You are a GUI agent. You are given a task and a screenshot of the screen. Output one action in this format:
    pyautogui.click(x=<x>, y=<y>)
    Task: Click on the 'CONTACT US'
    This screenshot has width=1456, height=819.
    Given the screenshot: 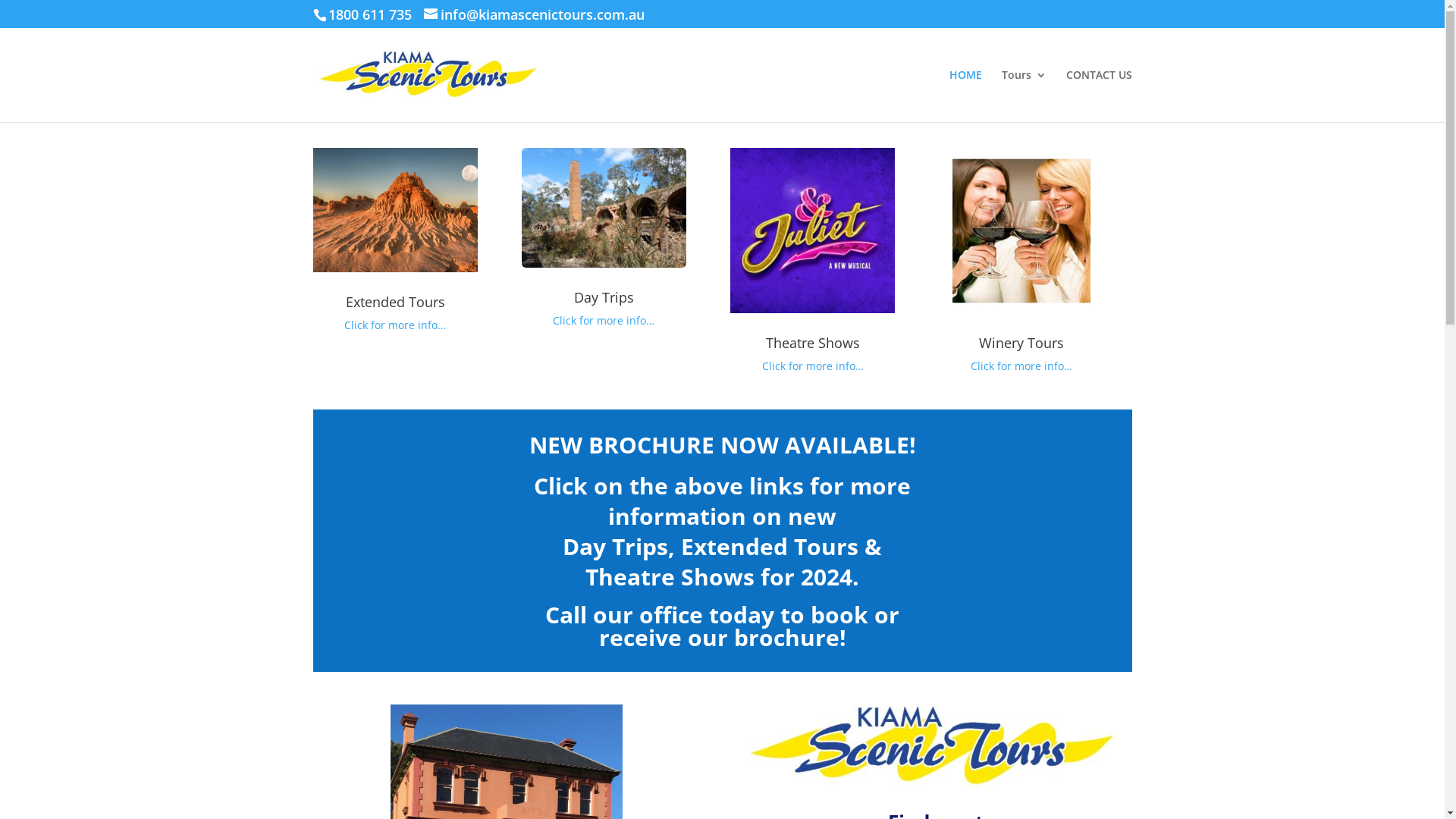 What is the action you would take?
    pyautogui.click(x=1099, y=96)
    